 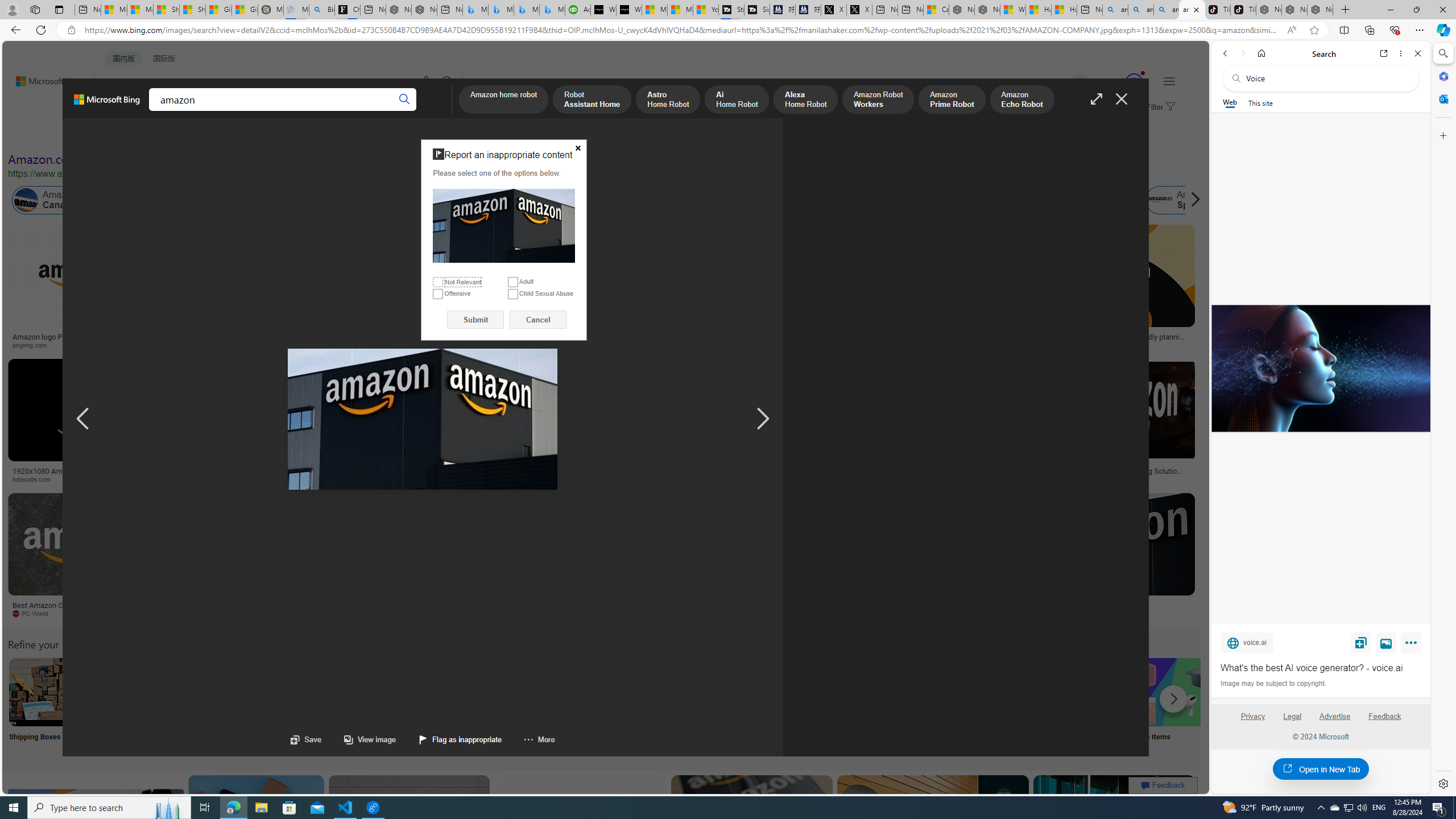 I want to click on 'Invisible focusable element for fixing accessibility issue', so click(x=425, y=141).